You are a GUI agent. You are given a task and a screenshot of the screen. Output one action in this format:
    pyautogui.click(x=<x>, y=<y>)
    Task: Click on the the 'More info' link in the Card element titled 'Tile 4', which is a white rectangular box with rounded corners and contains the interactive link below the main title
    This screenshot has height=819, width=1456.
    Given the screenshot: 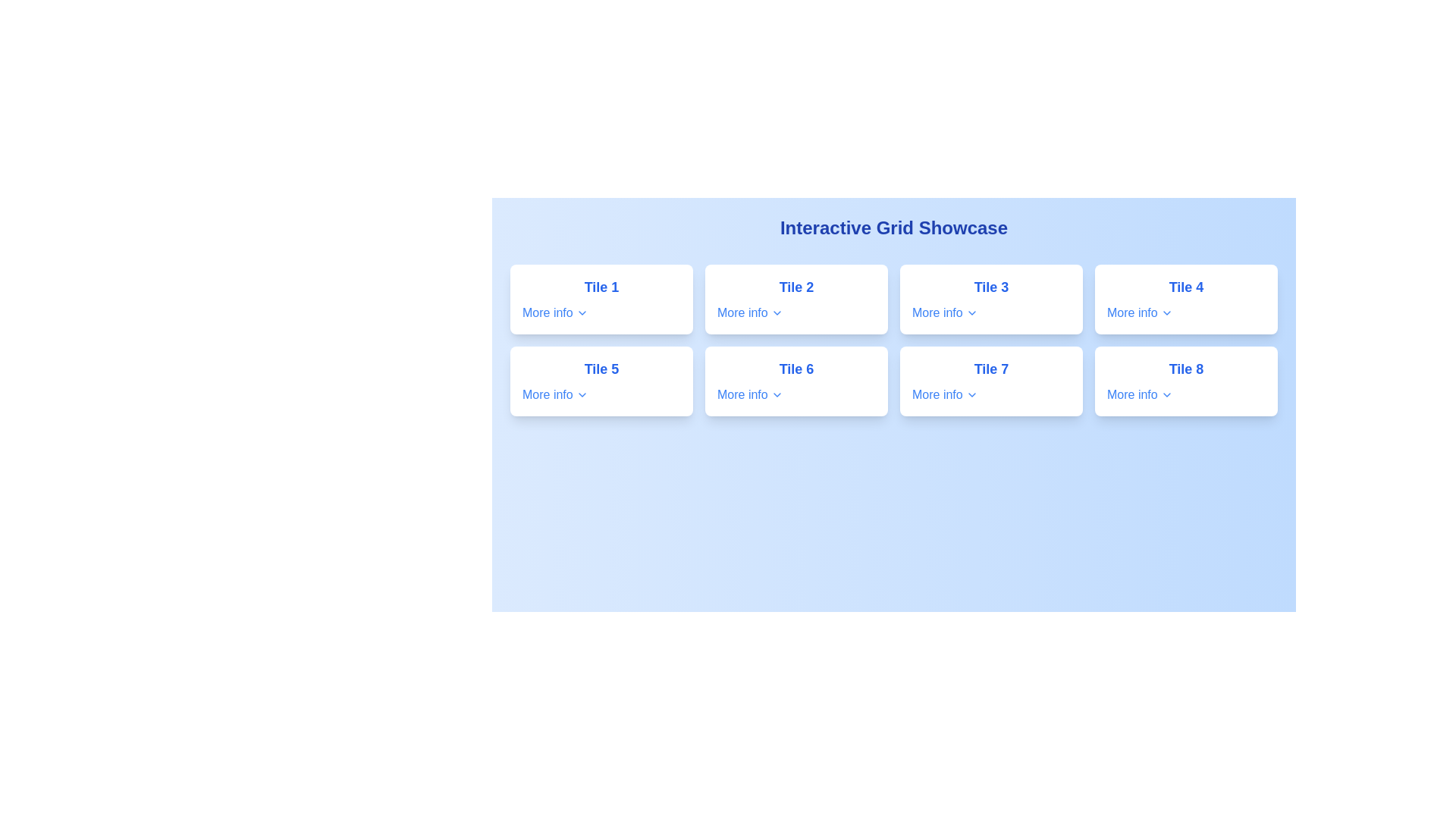 What is the action you would take?
    pyautogui.click(x=1185, y=299)
    